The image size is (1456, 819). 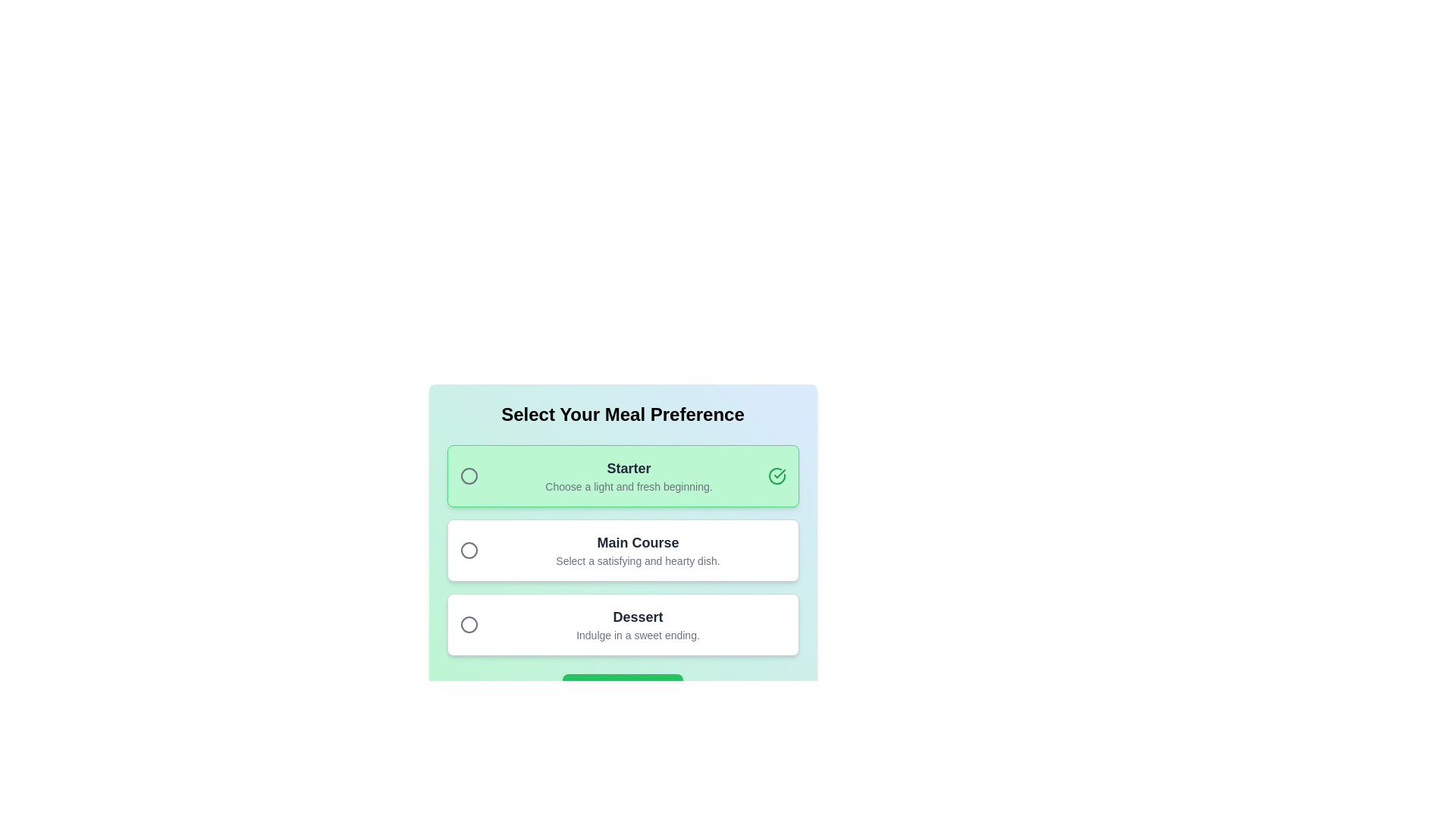 I want to click on the text line that says 'Indulge in a sweet ending.' located underneath the bold heading 'Dessert', so click(x=638, y=635).